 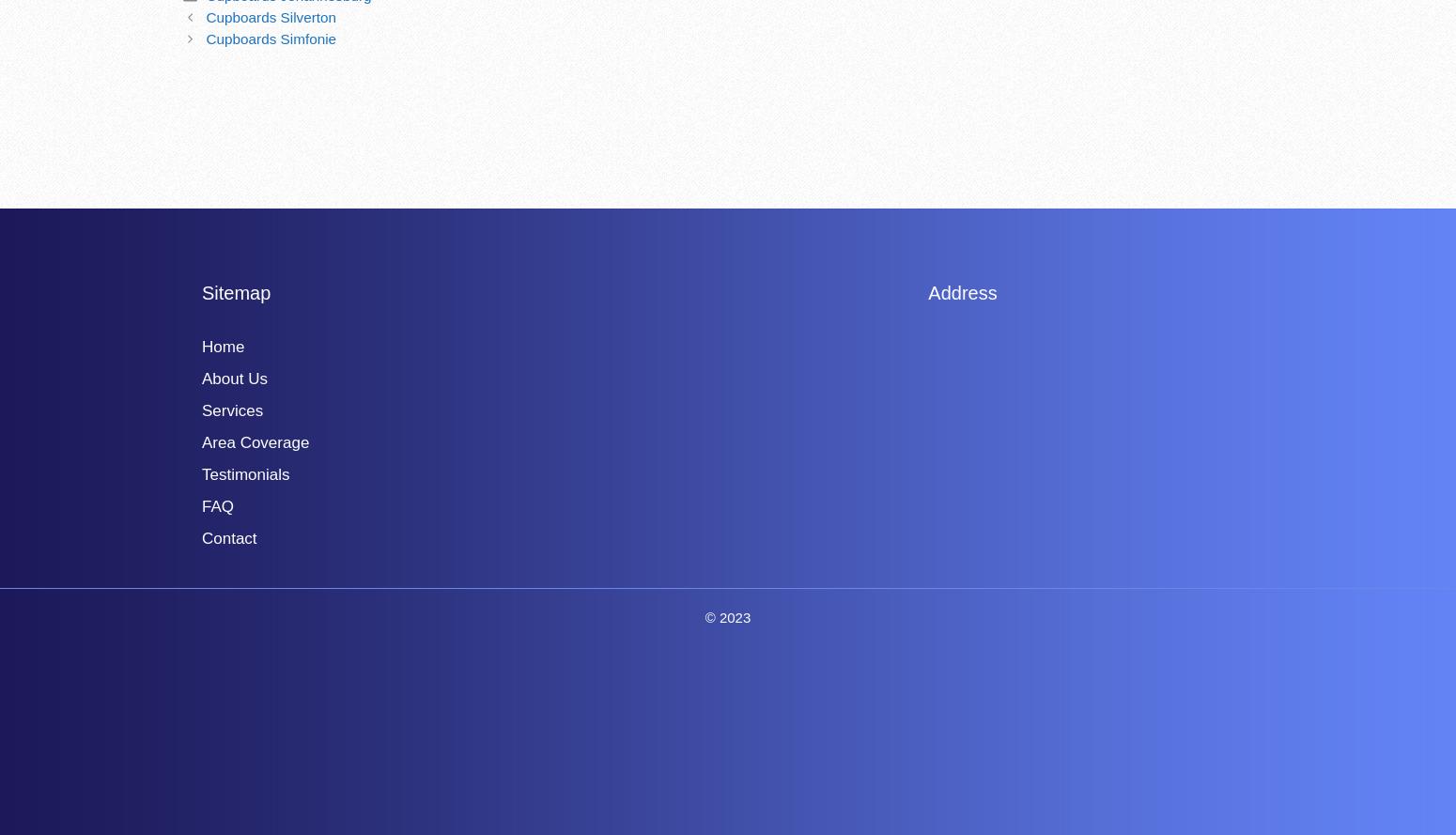 What do you see at coordinates (256, 441) in the screenshot?
I see `'Area Coverage'` at bounding box center [256, 441].